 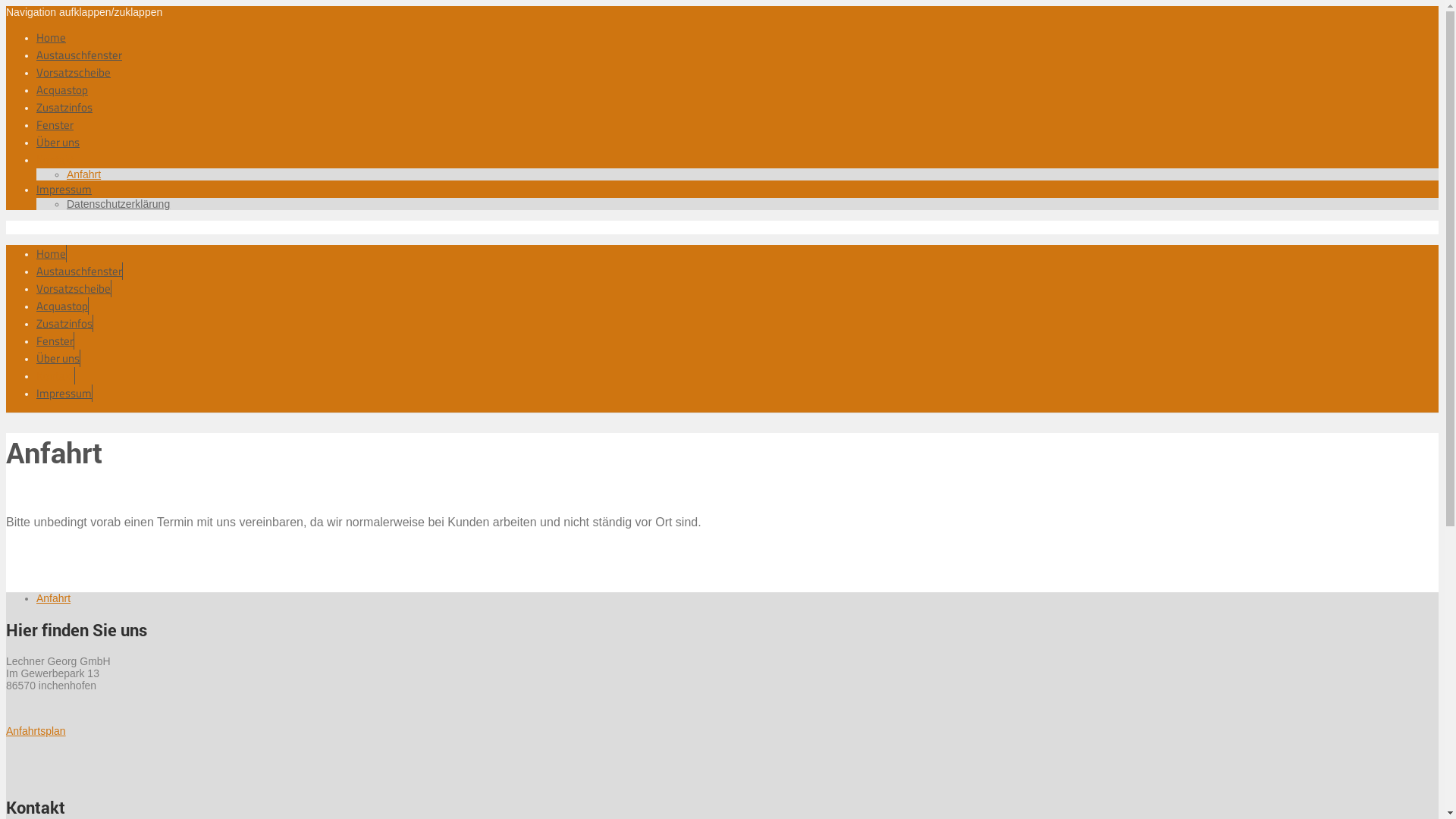 I want to click on 'Anfahrt', so click(x=83, y=174).